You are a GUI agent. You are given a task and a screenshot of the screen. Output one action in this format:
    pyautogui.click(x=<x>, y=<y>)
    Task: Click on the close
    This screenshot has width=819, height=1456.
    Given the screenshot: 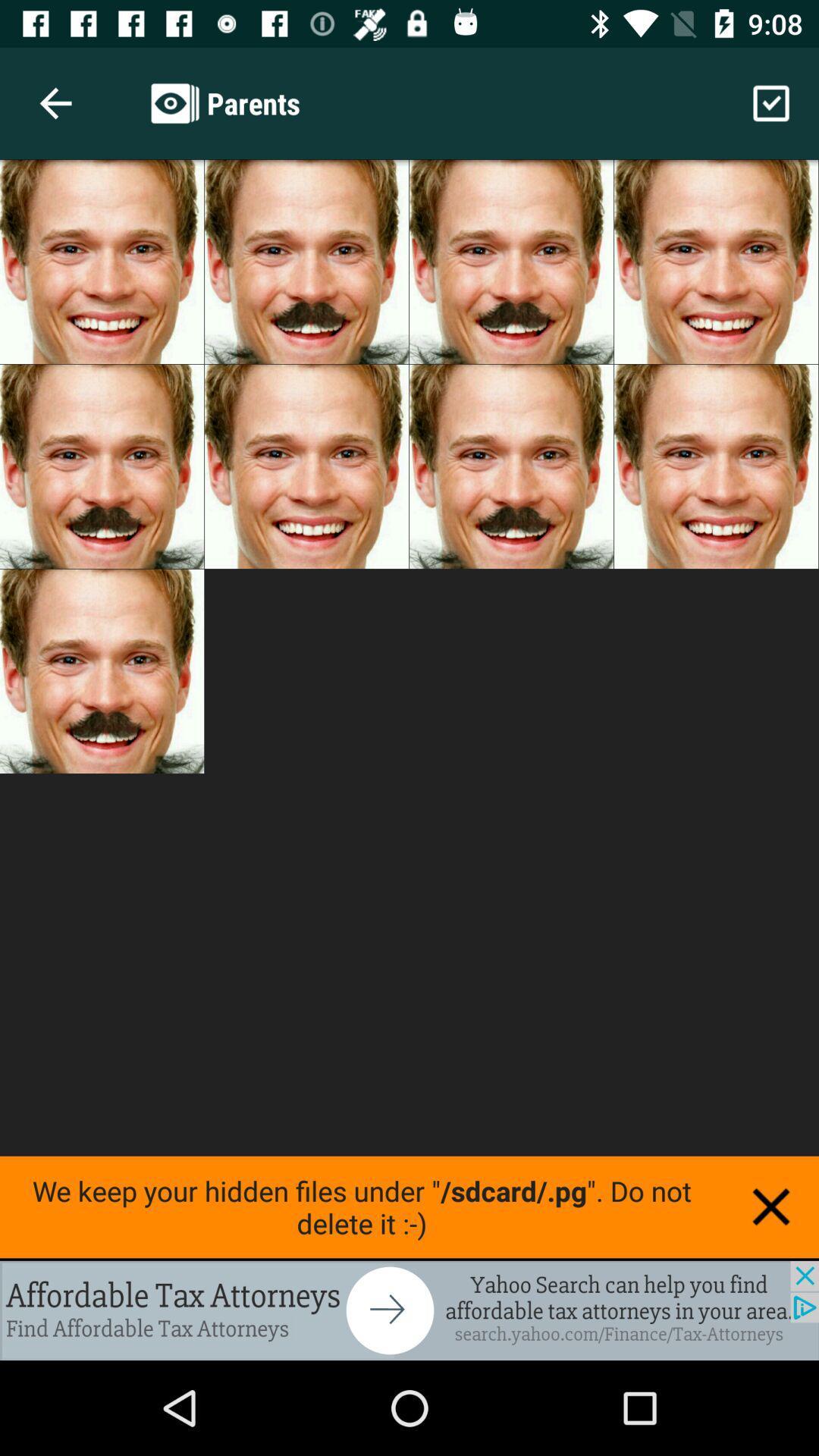 What is the action you would take?
    pyautogui.click(x=771, y=1206)
    